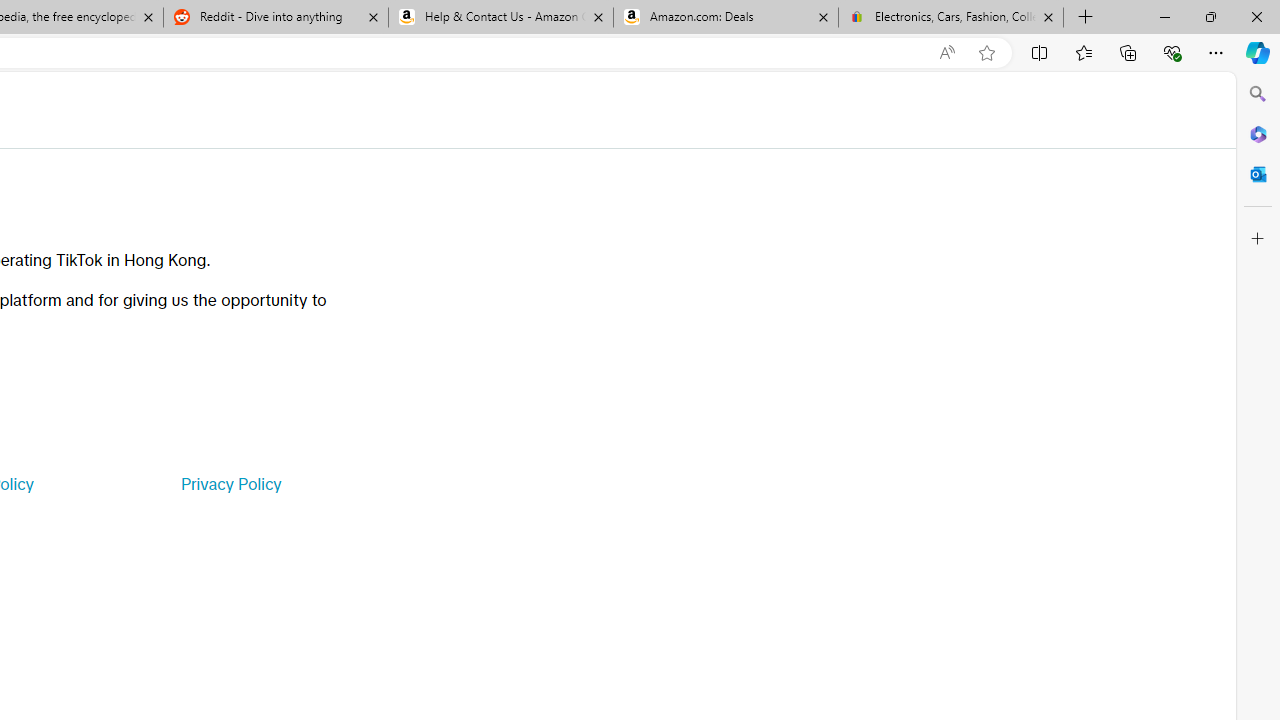  What do you see at coordinates (1257, 173) in the screenshot?
I see `'Close Outlook pane'` at bounding box center [1257, 173].